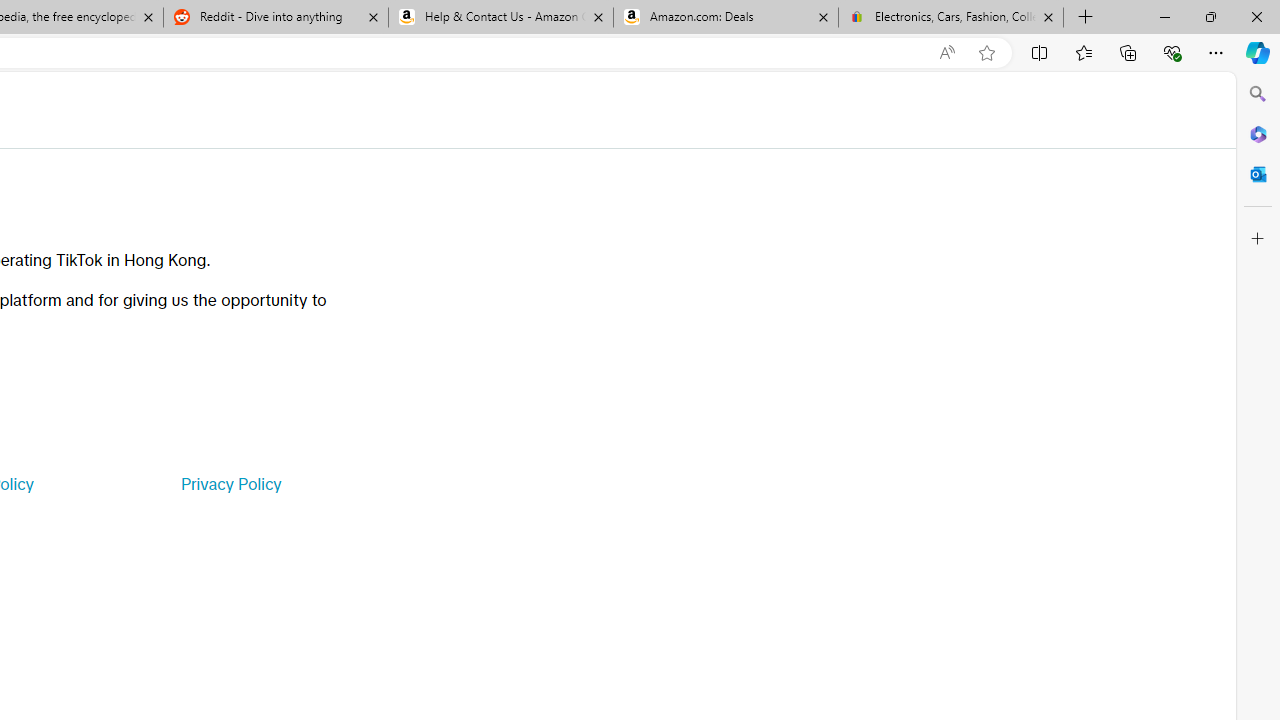  What do you see at coordinates (1257, 173) in the screenshot?
I see `'Close Outlook pane'` at bounding box center [1257, 173].